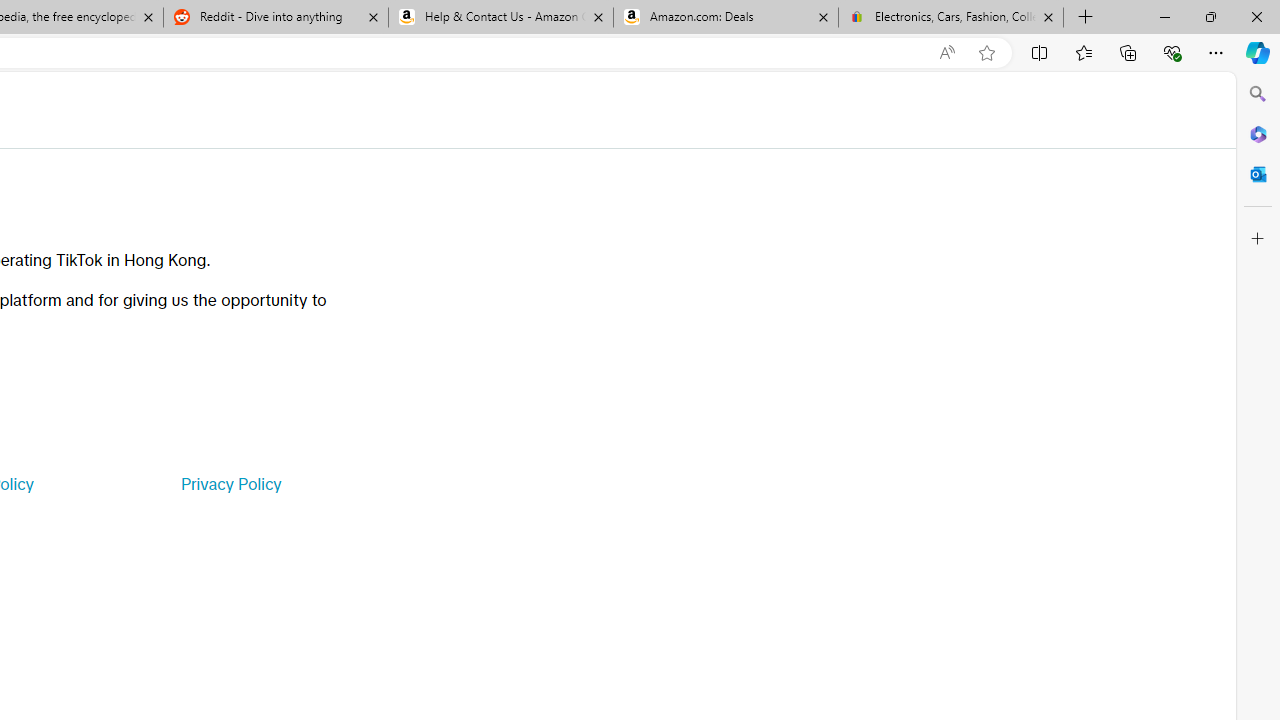  What do you see at coordinates (1257, 173) in the screenshot?
I see `'Close Outlook pane'` at bounding box center [1257, 173].